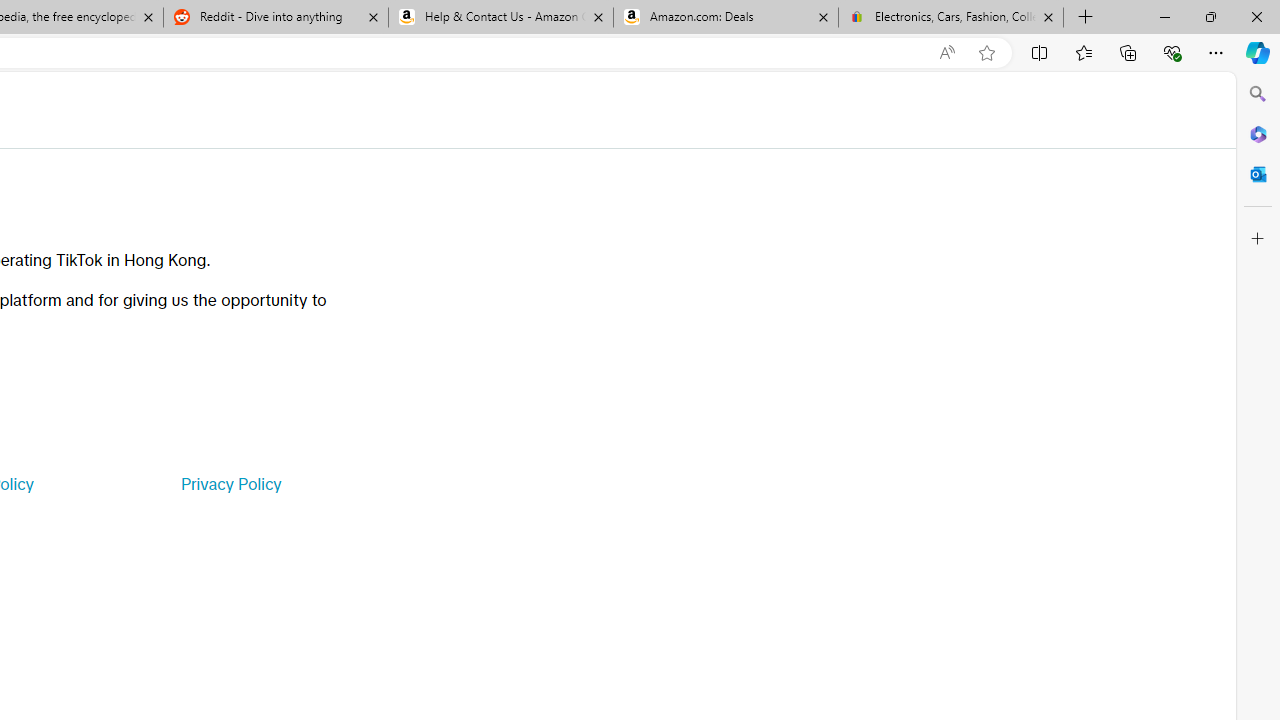  What do you see at coordinates (1257, 173) in the screenshot?
I see `'Close Outlook pane'` at bounding box center [1257, 173].